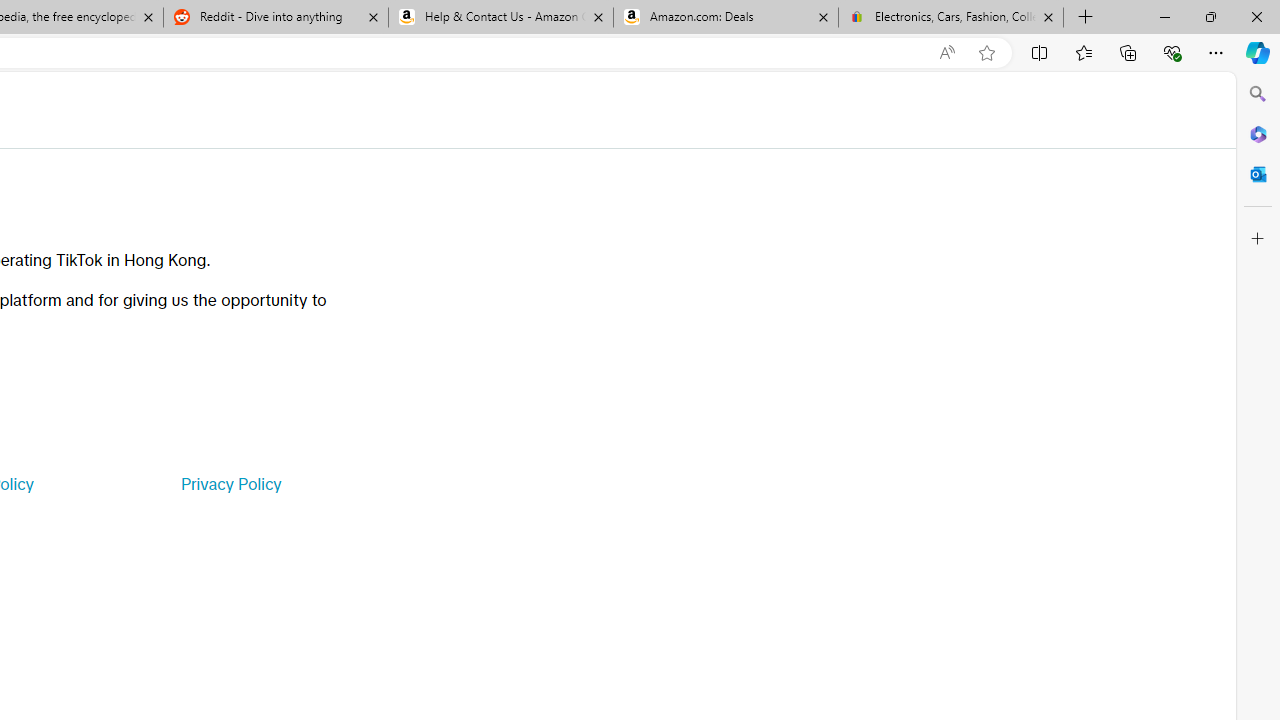  What do you see at coordinates (1257, 173) in the screenshot?
I see `'Close Outlook pane'` at bounding box center [1257, 173].